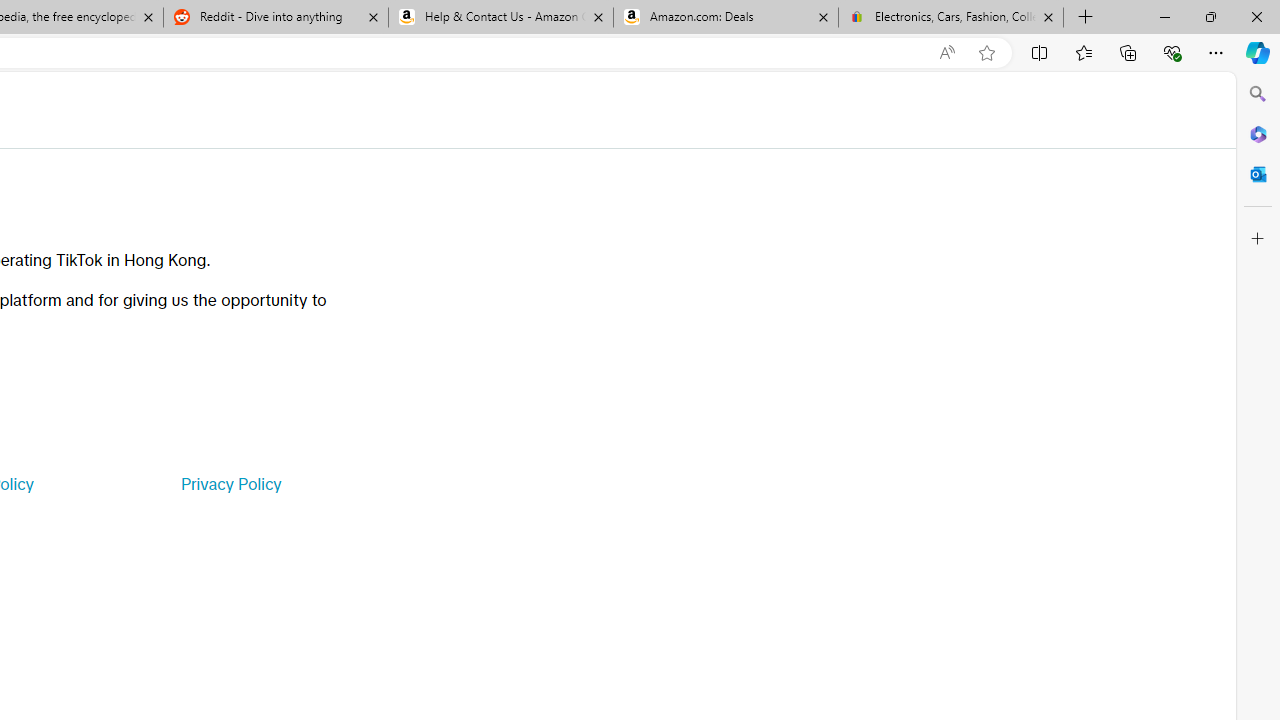  What do you see at coordinates (1257, 173) in the screenshot?
I see `'Close Outlook pane'` at bounding box center [1257, 173].